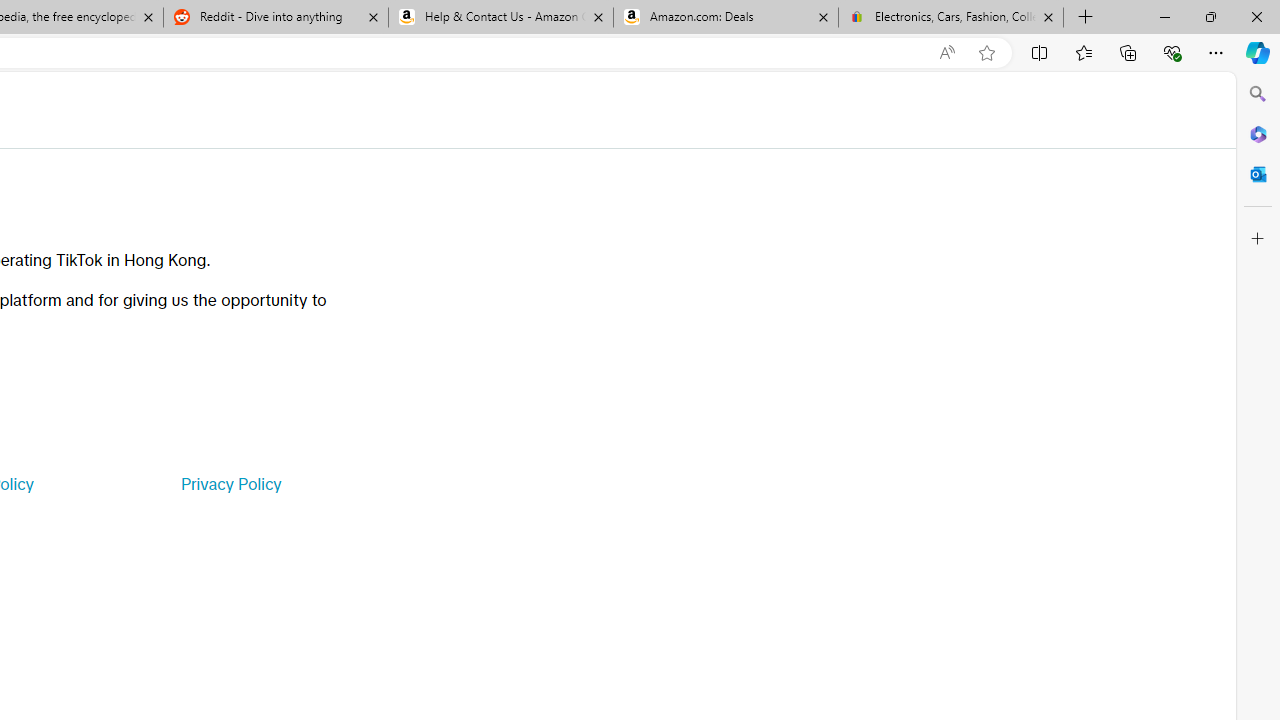  What do you see at coordinates (1257, 173) in the screenshot?
I see `'Close Outlook pane'` at bounding box center [1257, 173].